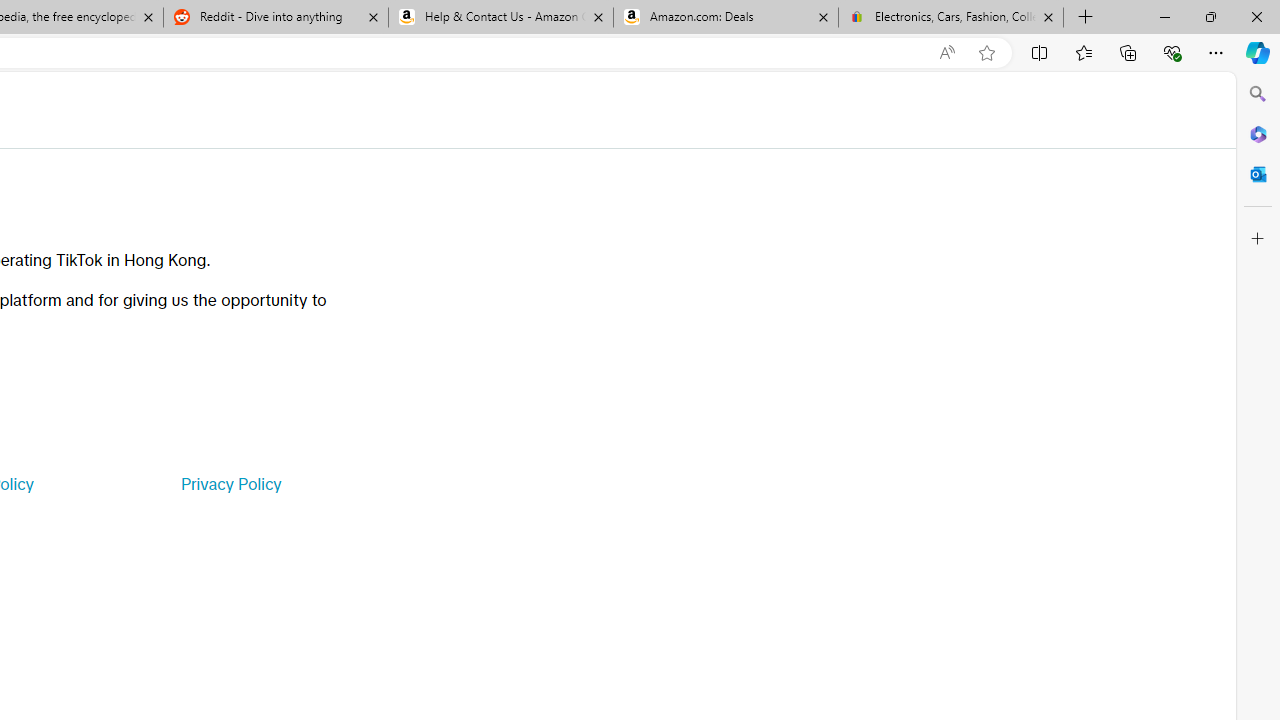  What do you see at coordinates (1257, 173) in the screenshot?
I see `'Close Outlook pane'` at bounding box center [1257, 173].